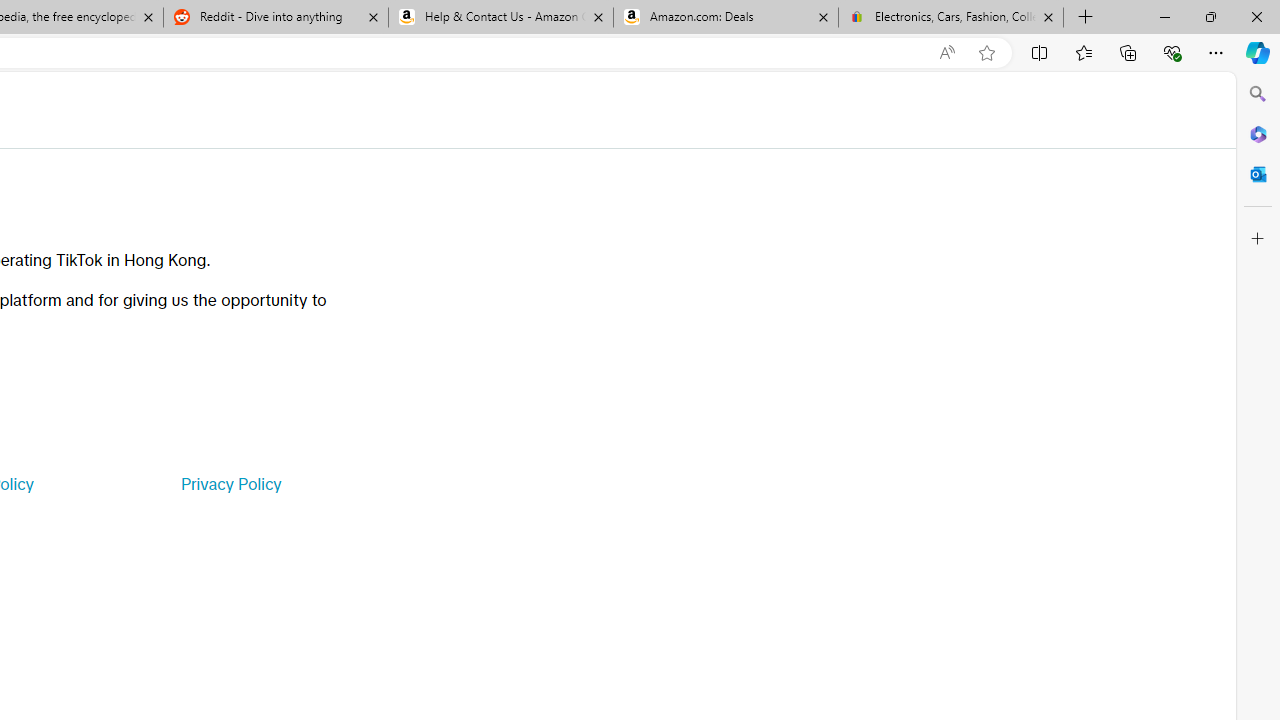  What do you see at coordinates (1257, 173) in the screenshot?
I see `'Close Outlook pane'` at bounding box center [1257, 173].